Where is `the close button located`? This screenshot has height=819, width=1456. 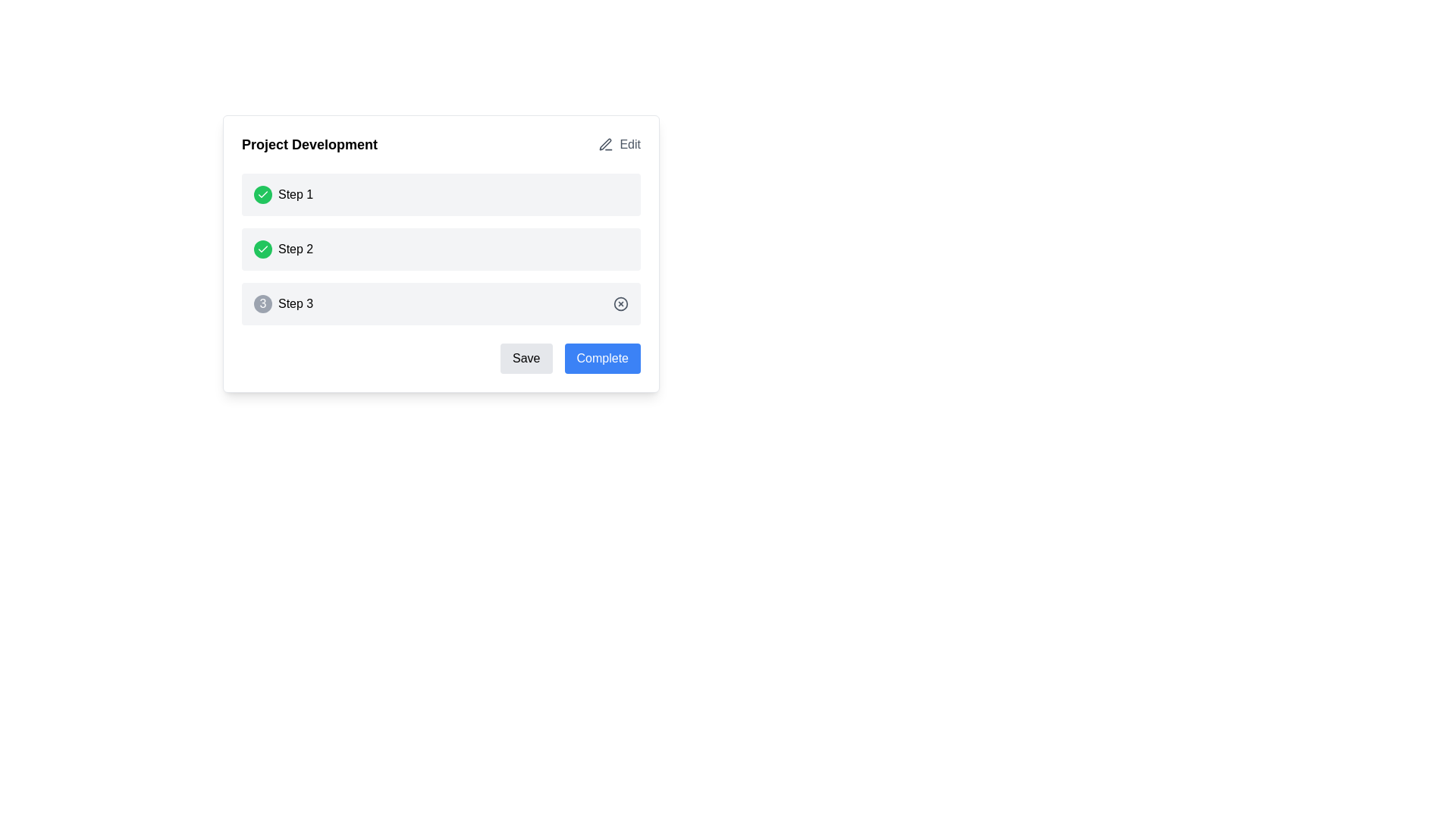
the close button located is located at coordinates (621, 304).